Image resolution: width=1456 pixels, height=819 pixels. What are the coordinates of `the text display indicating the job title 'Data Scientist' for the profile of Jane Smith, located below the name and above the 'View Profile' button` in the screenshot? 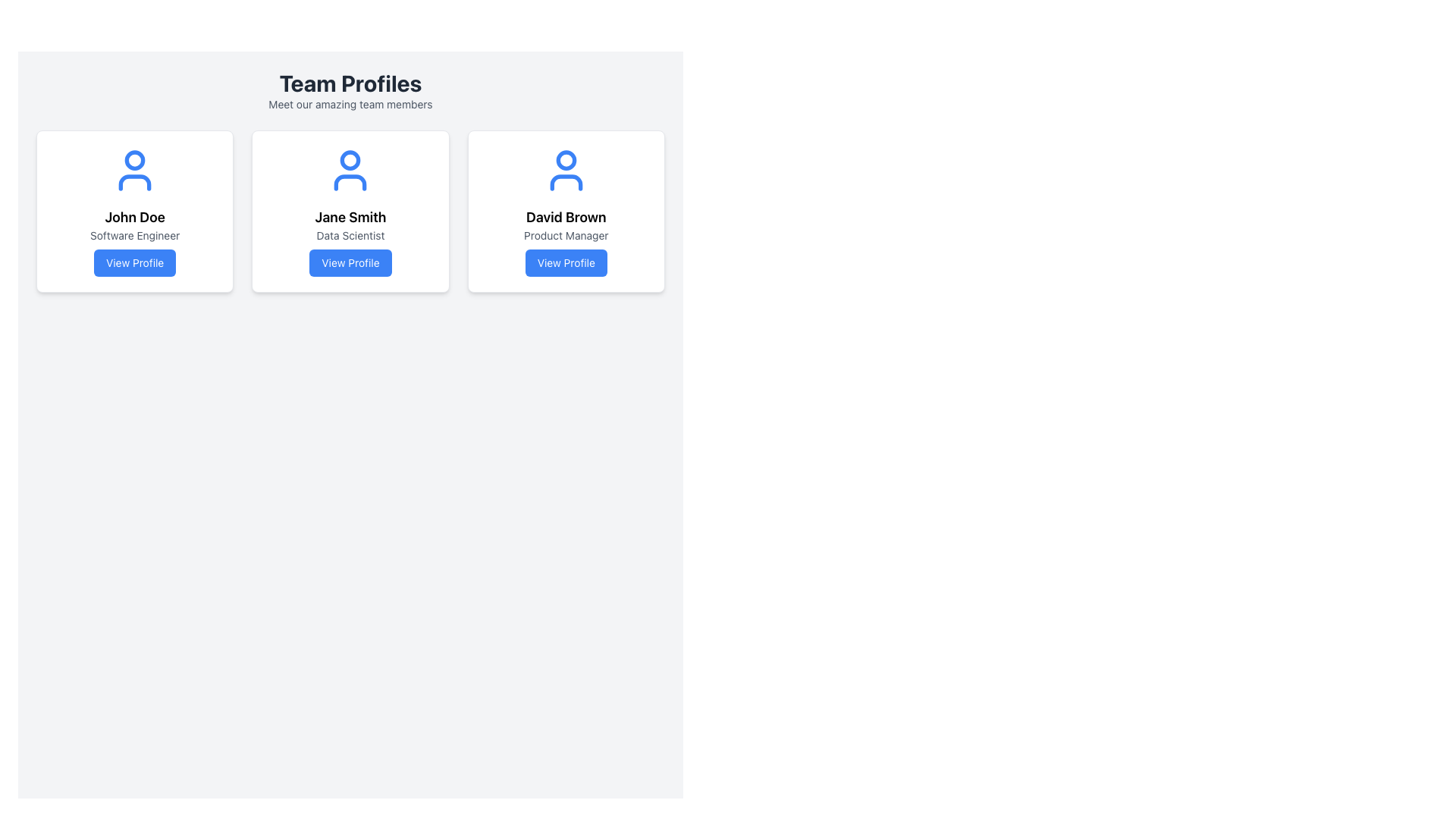 It's located at (350, 236).